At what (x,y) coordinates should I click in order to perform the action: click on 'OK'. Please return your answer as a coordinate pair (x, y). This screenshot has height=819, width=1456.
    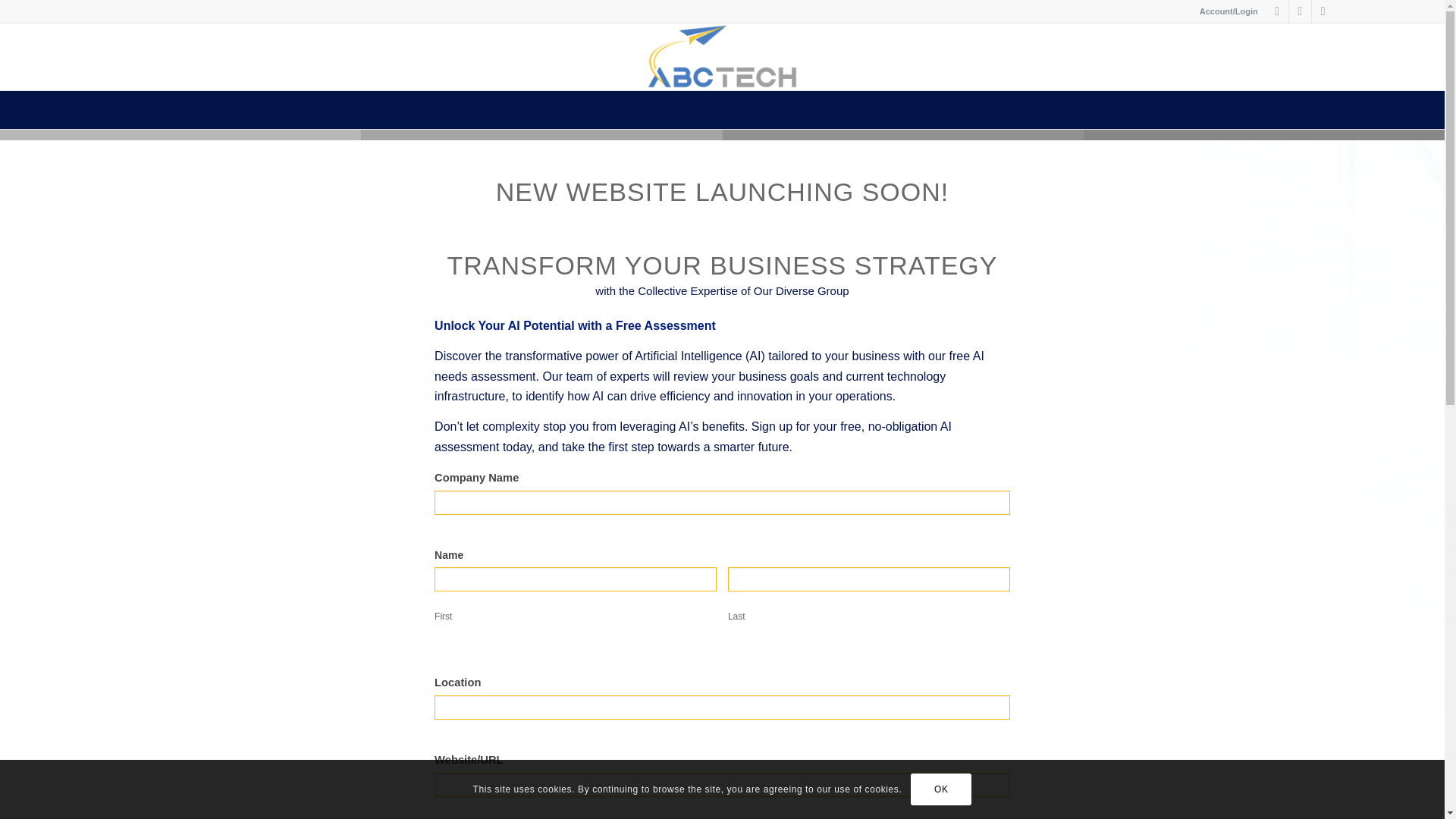
    Looking at the image, I should click on (910, 789).